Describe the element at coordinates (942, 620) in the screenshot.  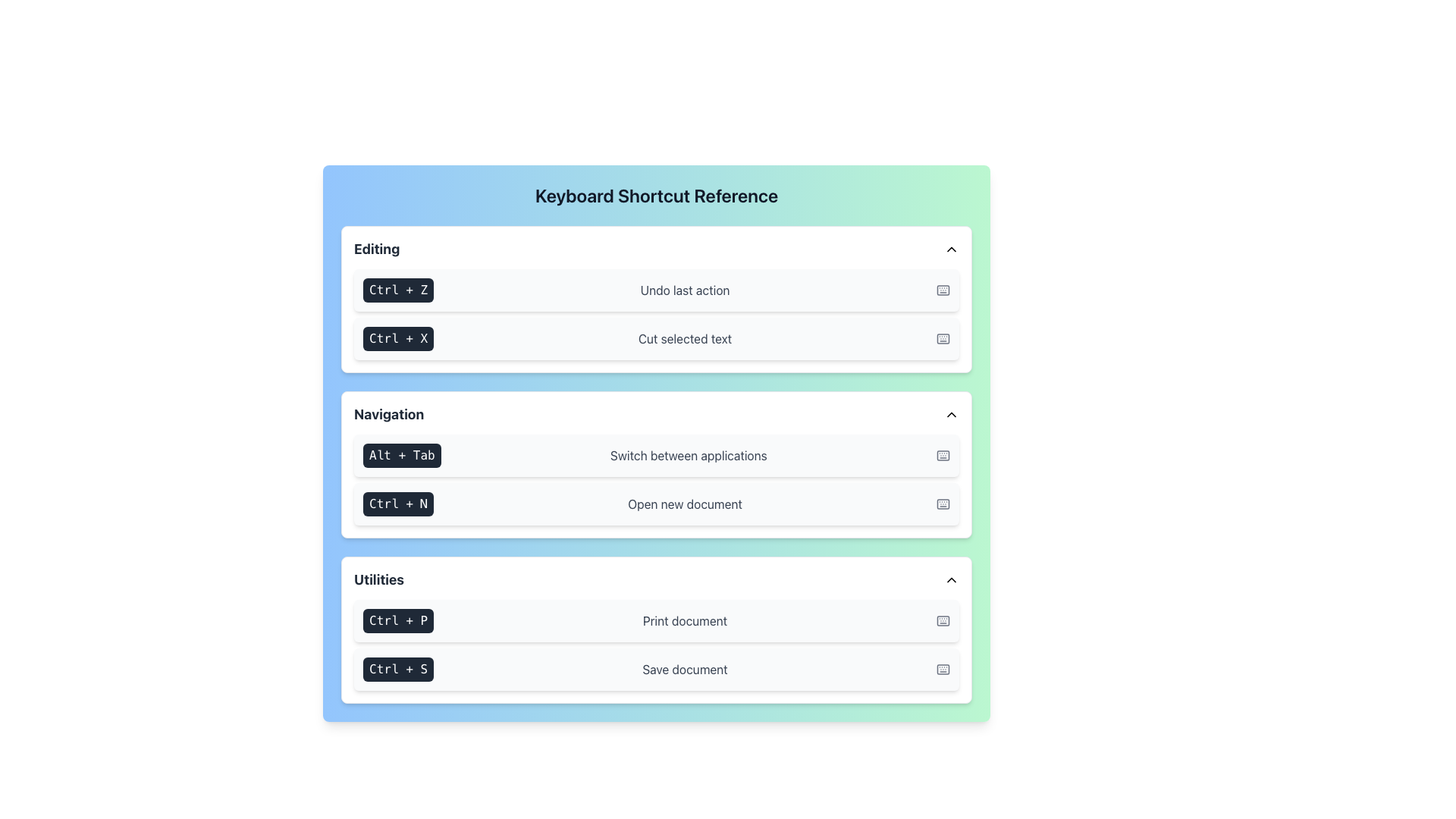
I see `the keyboard shortcut icon located in the bottom section of the interface, right of the 'Print document' text` at that location.